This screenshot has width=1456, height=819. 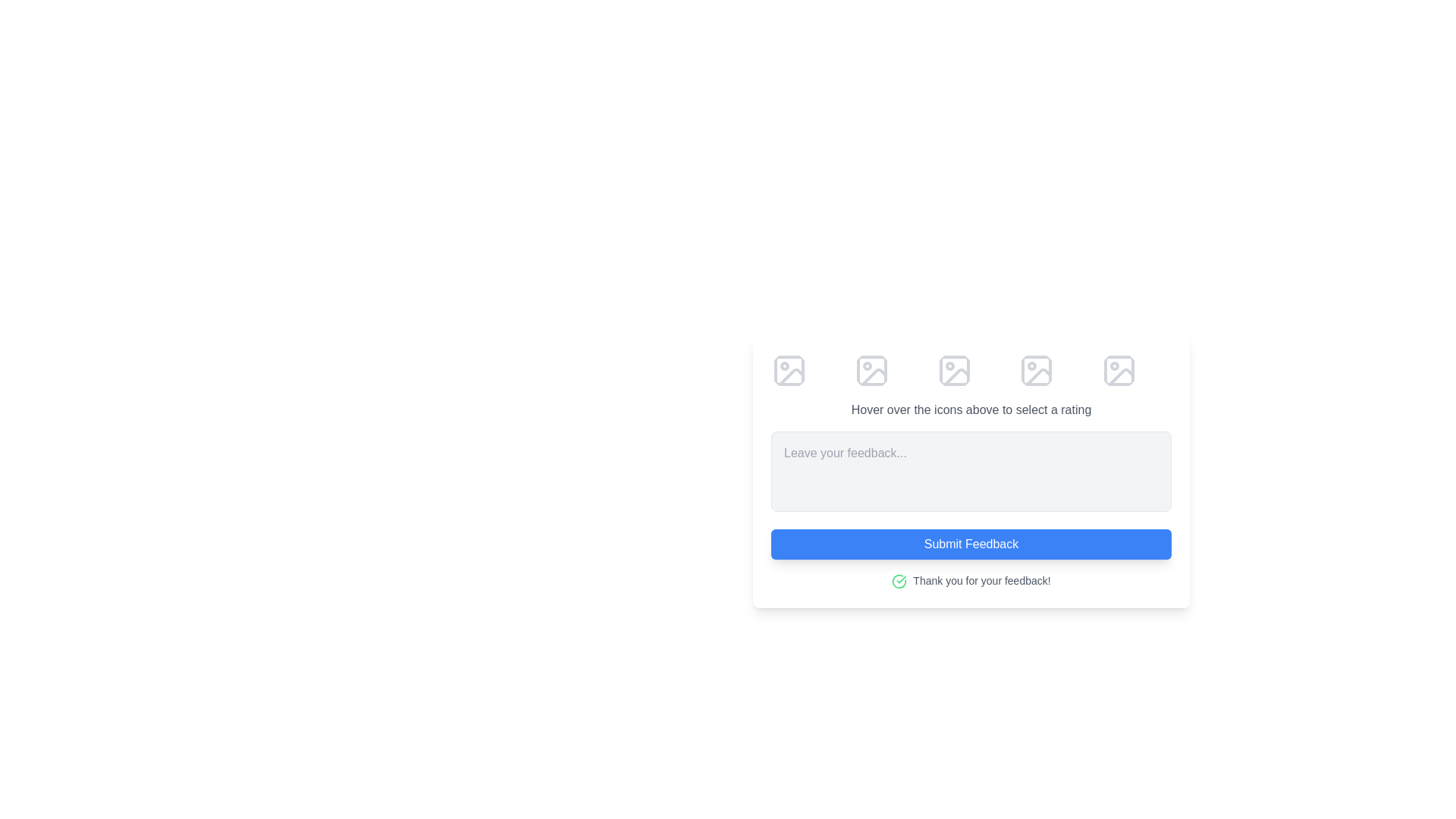 What do you see at coordinates (871, 371) in the screenshot?
I see `the small rectangle with rounded corners that is part of a photo frame icon, located in the second clickable icon from the left above the text input box` at bounding box center [871, 371].